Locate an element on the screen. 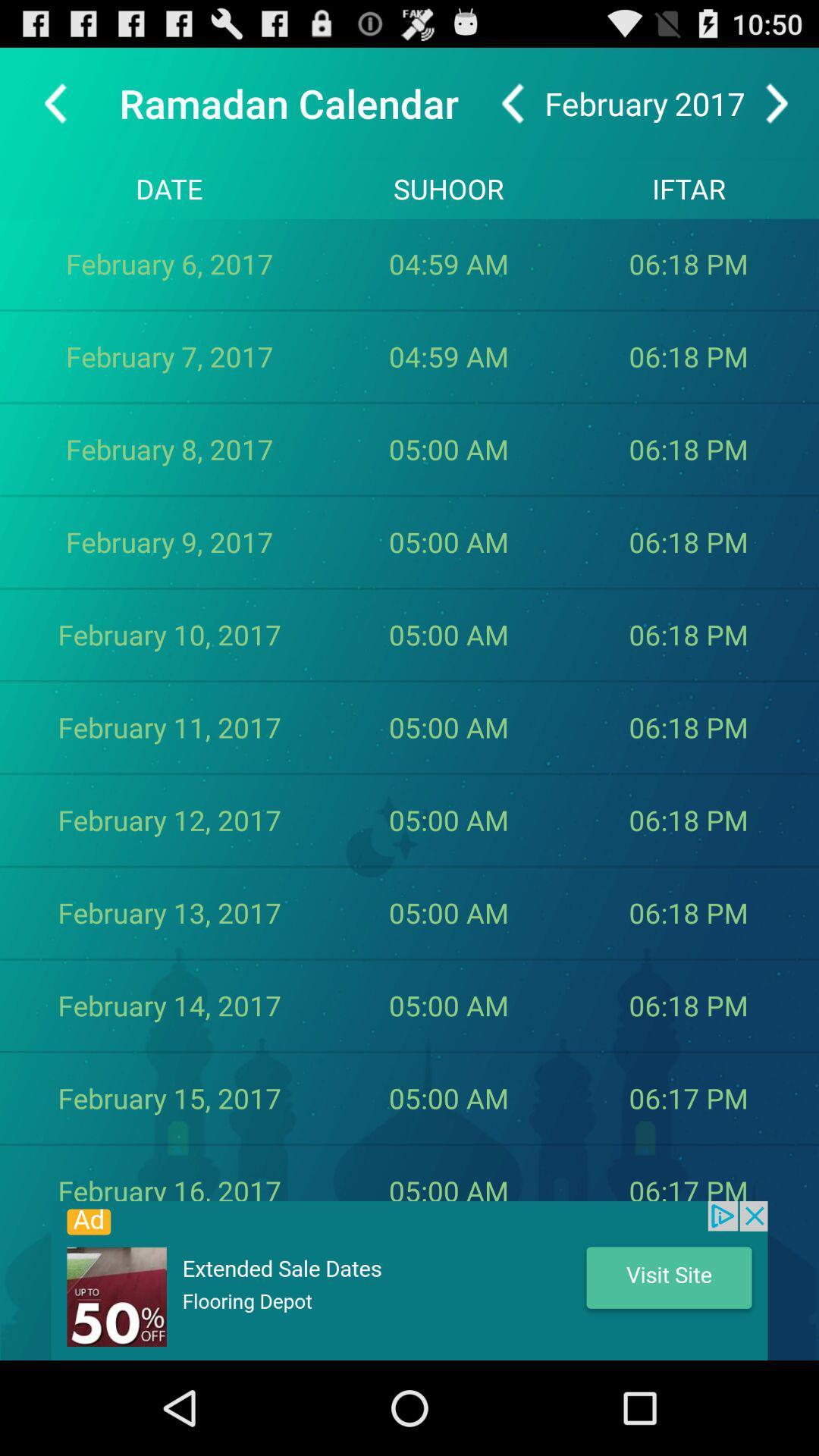 This screenshot has height=1456, width=819. change month is located at coordinates (777, 102).